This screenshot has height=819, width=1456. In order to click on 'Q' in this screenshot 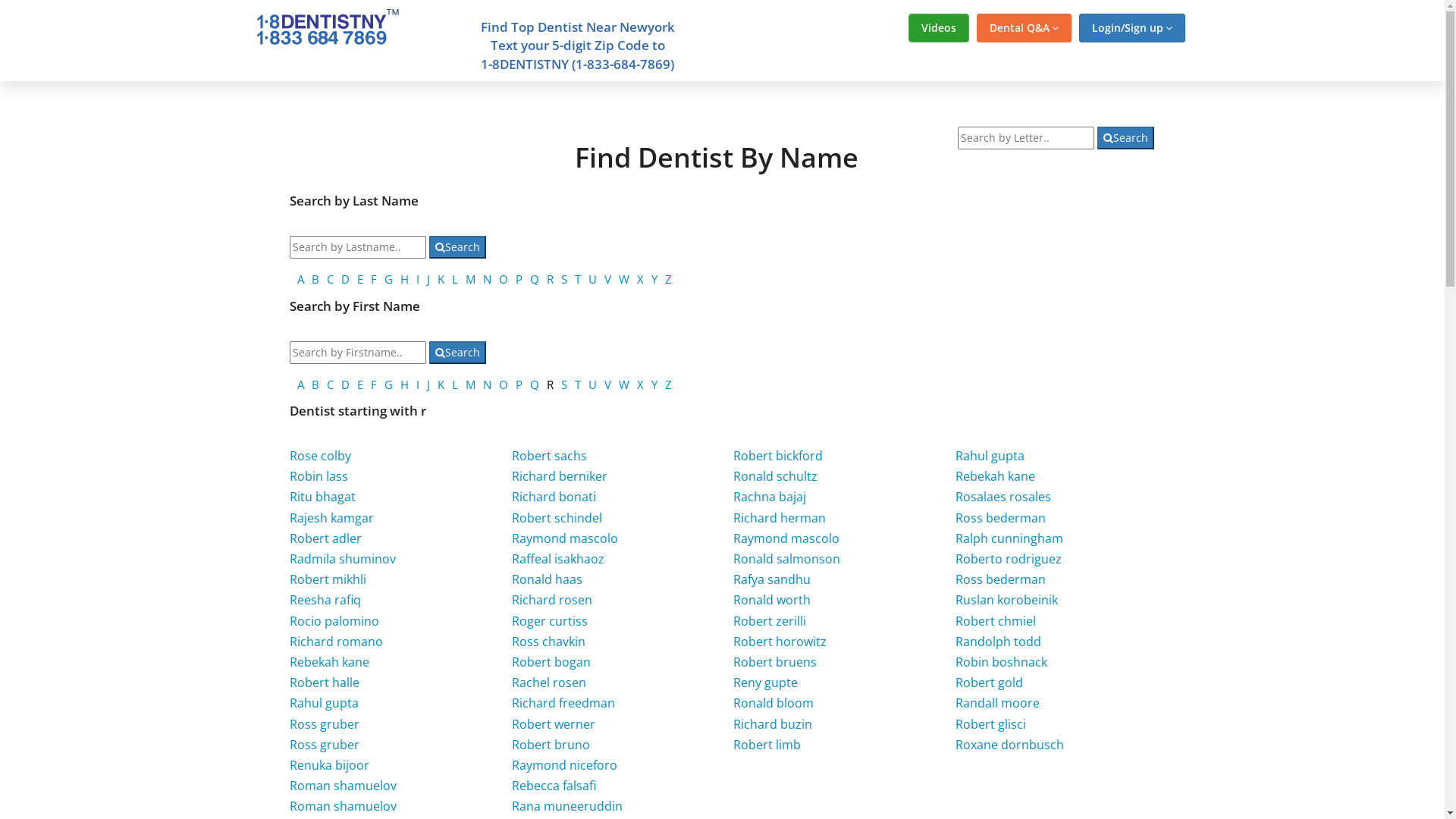, I will do `click(530, 383)`.